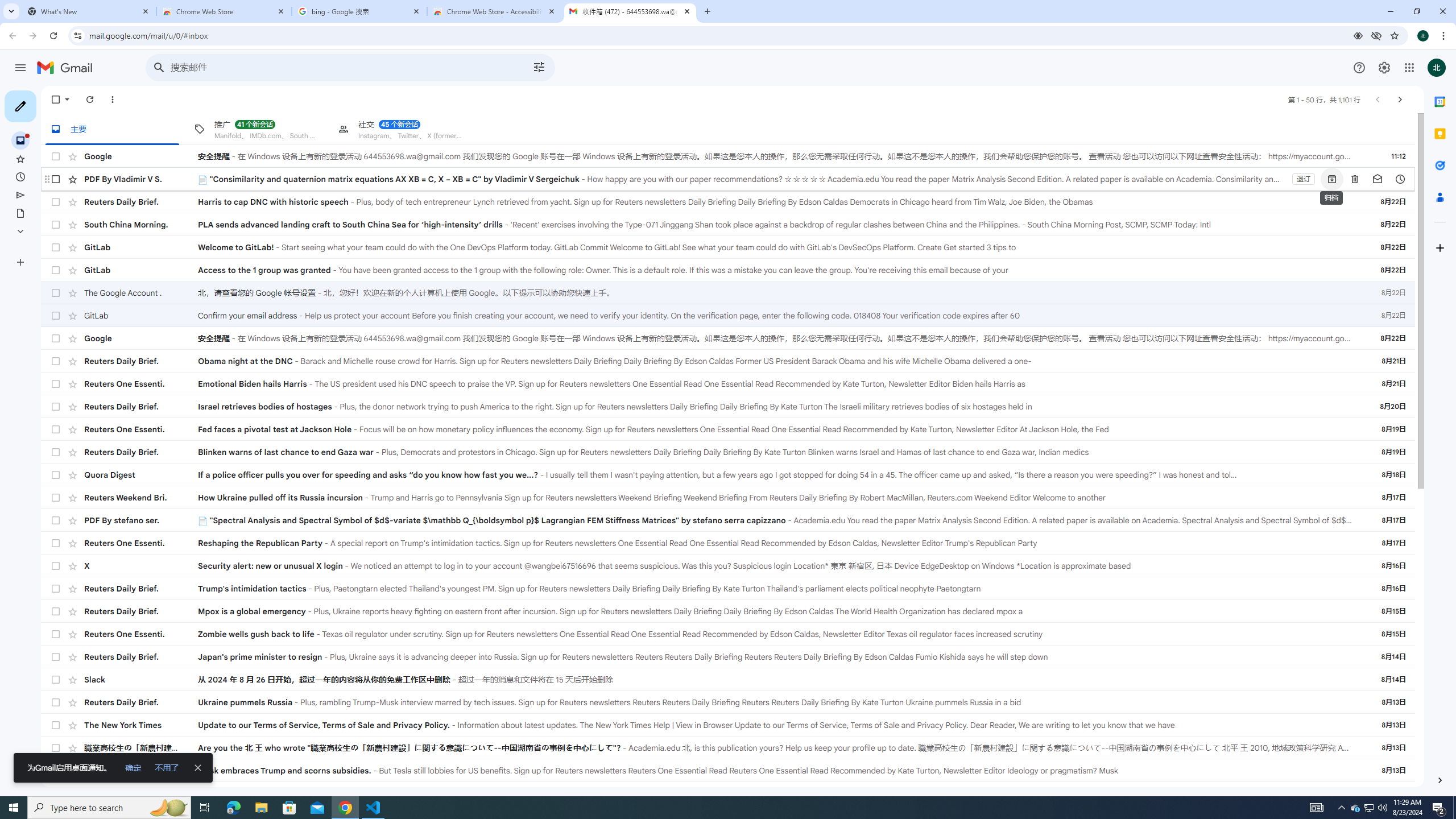 The image size is (1456, 819). I want to click on 'PDF By stefano ser.', so click(141, 520).